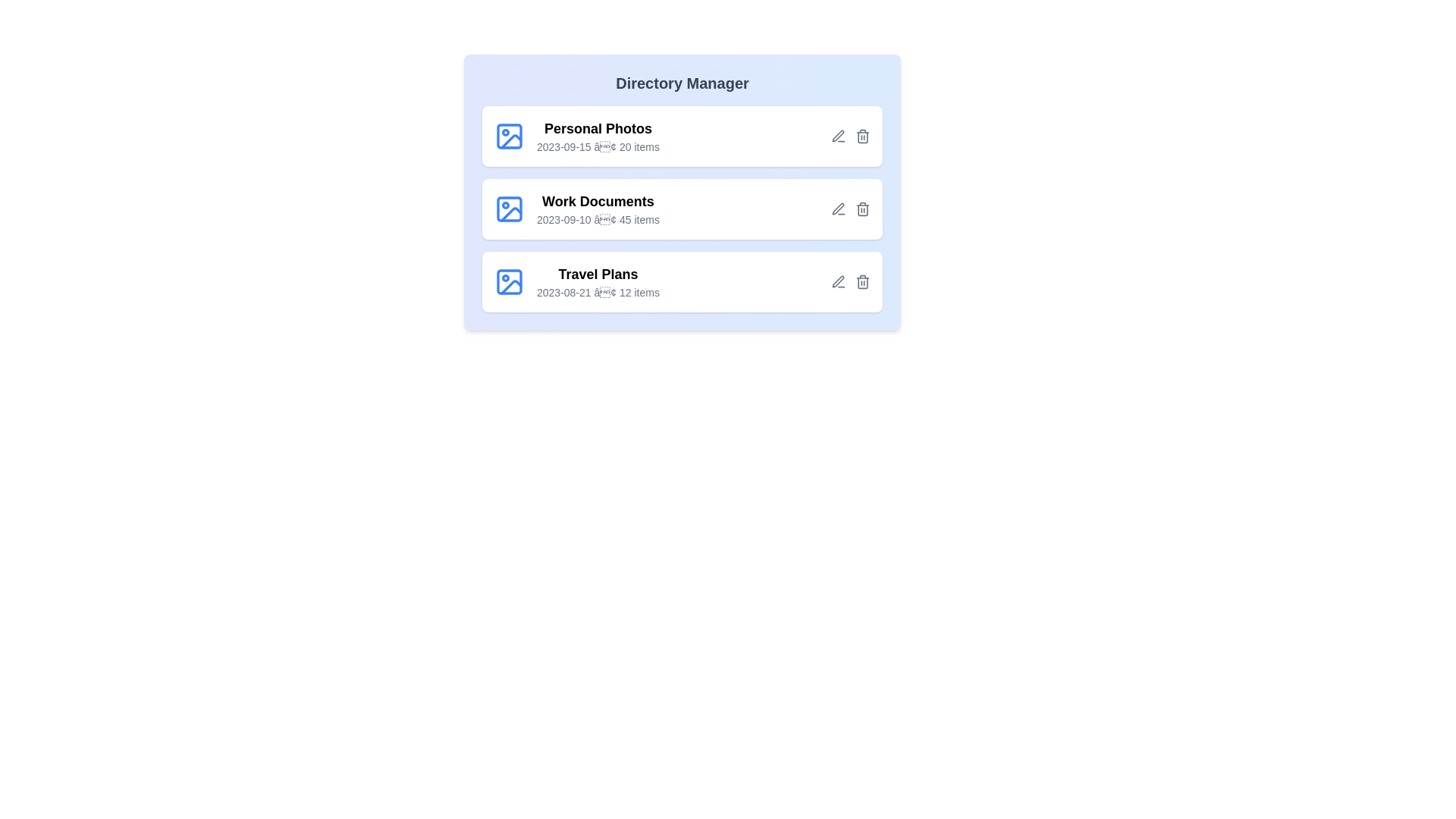 Image resolution: width=1456 pixels, height=819 pixels. What do you see at coordinates (682, 281) in the screenshot?
I see `the directory named Travel Plans from the list` at bounding box center [682, 281].